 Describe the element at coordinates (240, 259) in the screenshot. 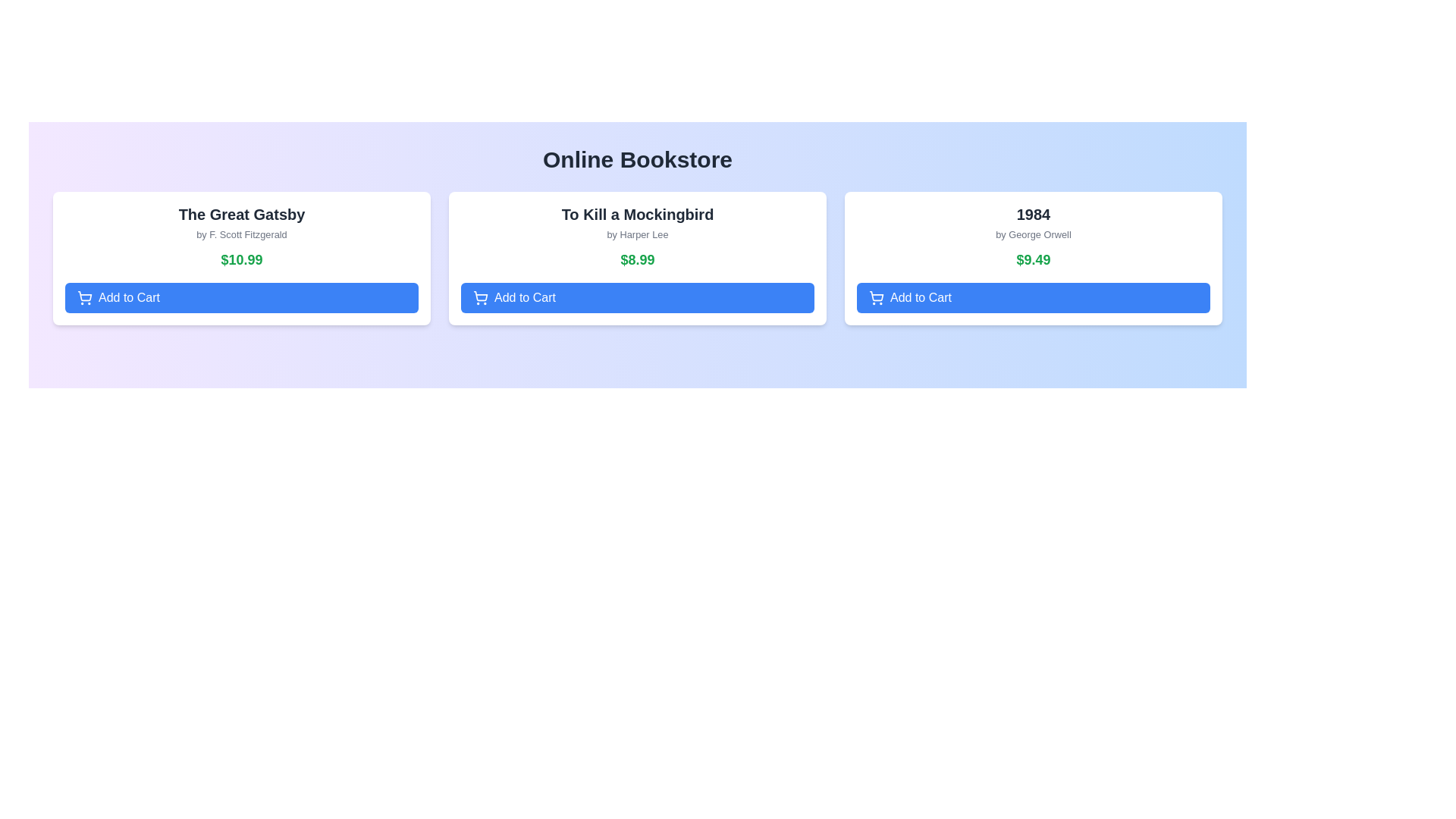

I see `the price label displaying the price '$10.99', which is styled in a bold green font and located beneath the book title 'The Great Gatsby' and the author's name` at that location.